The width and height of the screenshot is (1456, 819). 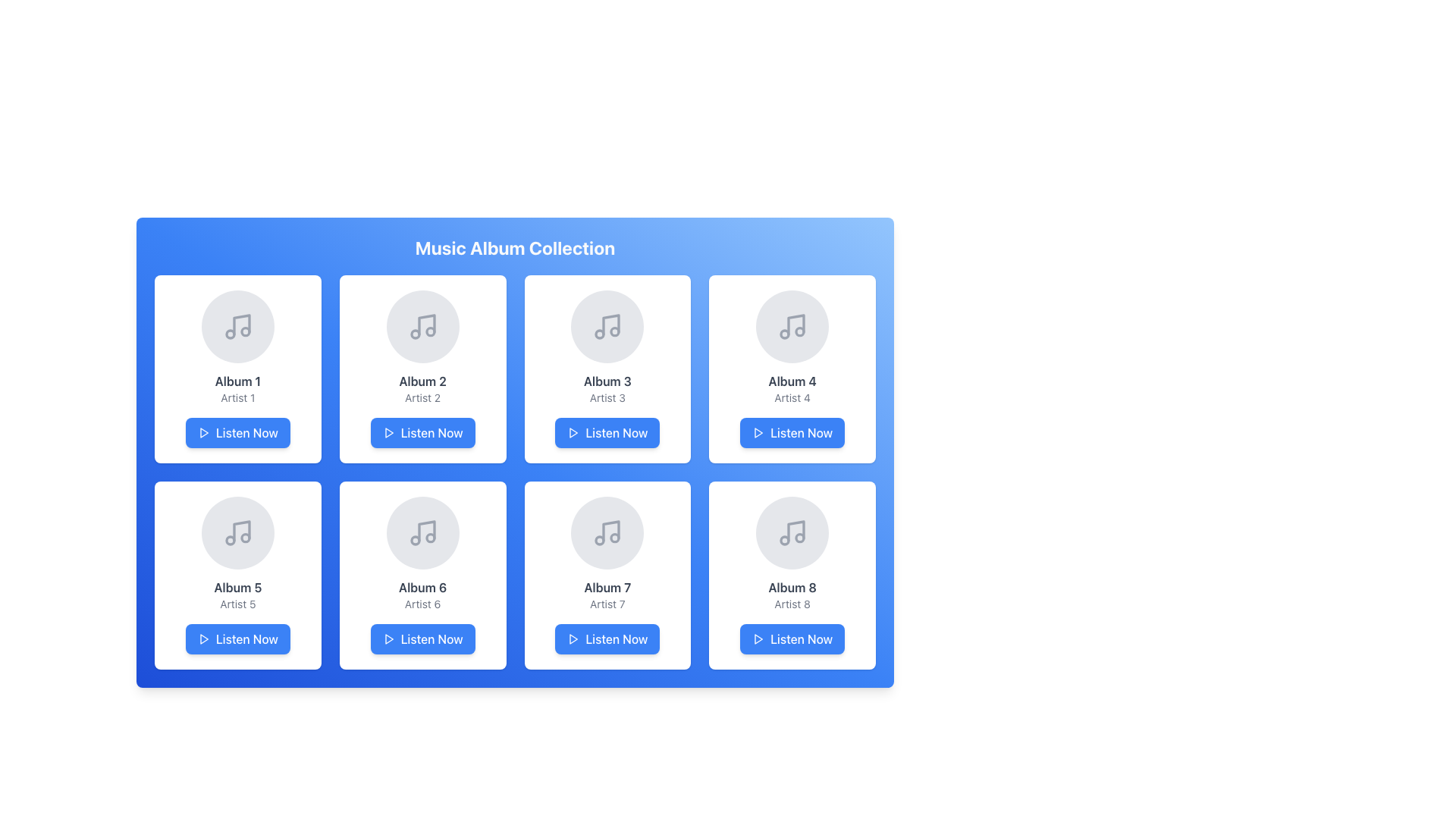 What do you see at coordinates (792, 380) in the screenshot?
I see `the text label displaying 'Album 4' to perform related actions with surrounding elements` at bounding box center [792, 380].